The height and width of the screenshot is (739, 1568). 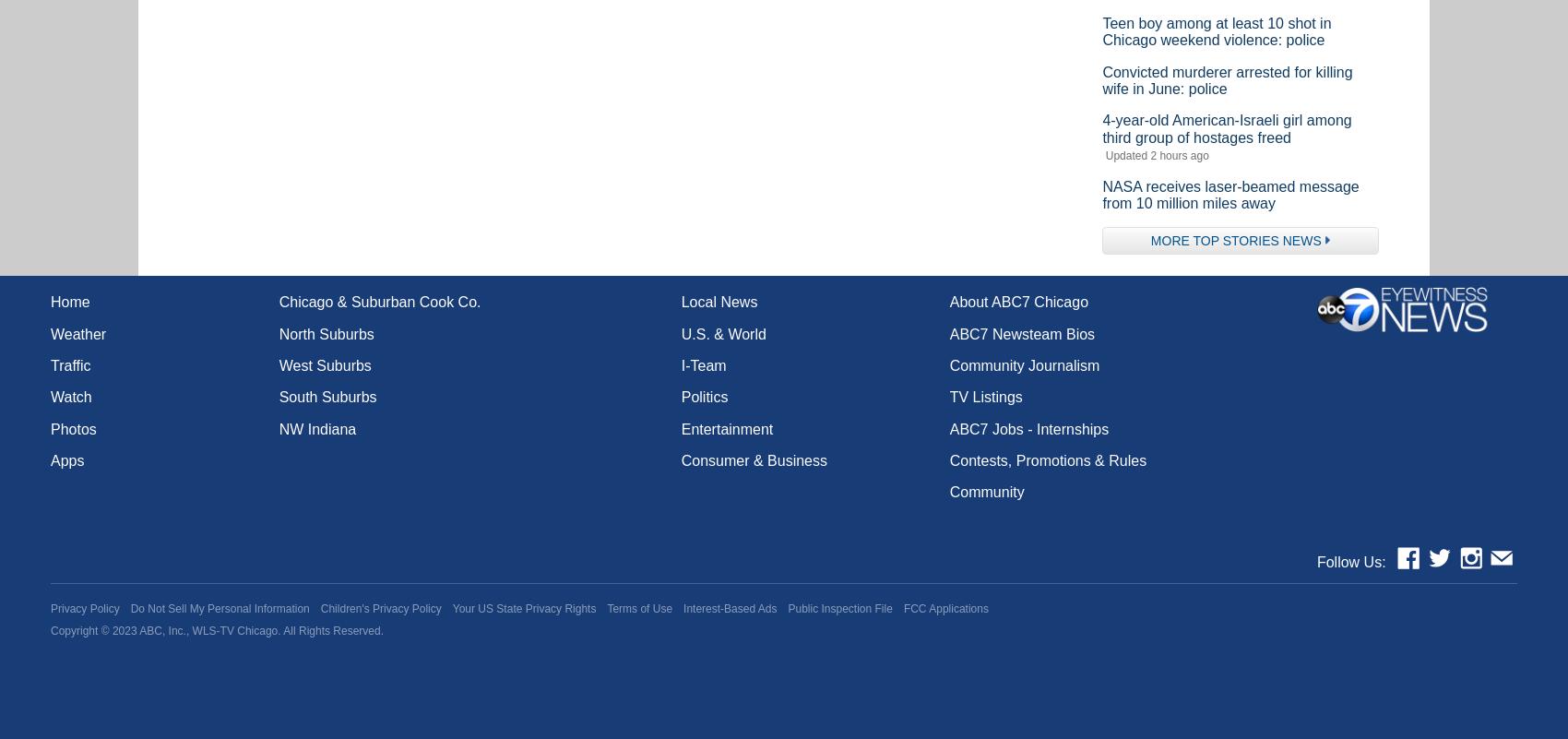 What do you see at coordinates (1193, 239) in the screenshot?
I see `'TOP STORIES News'` at bounding box center [1193, 239].